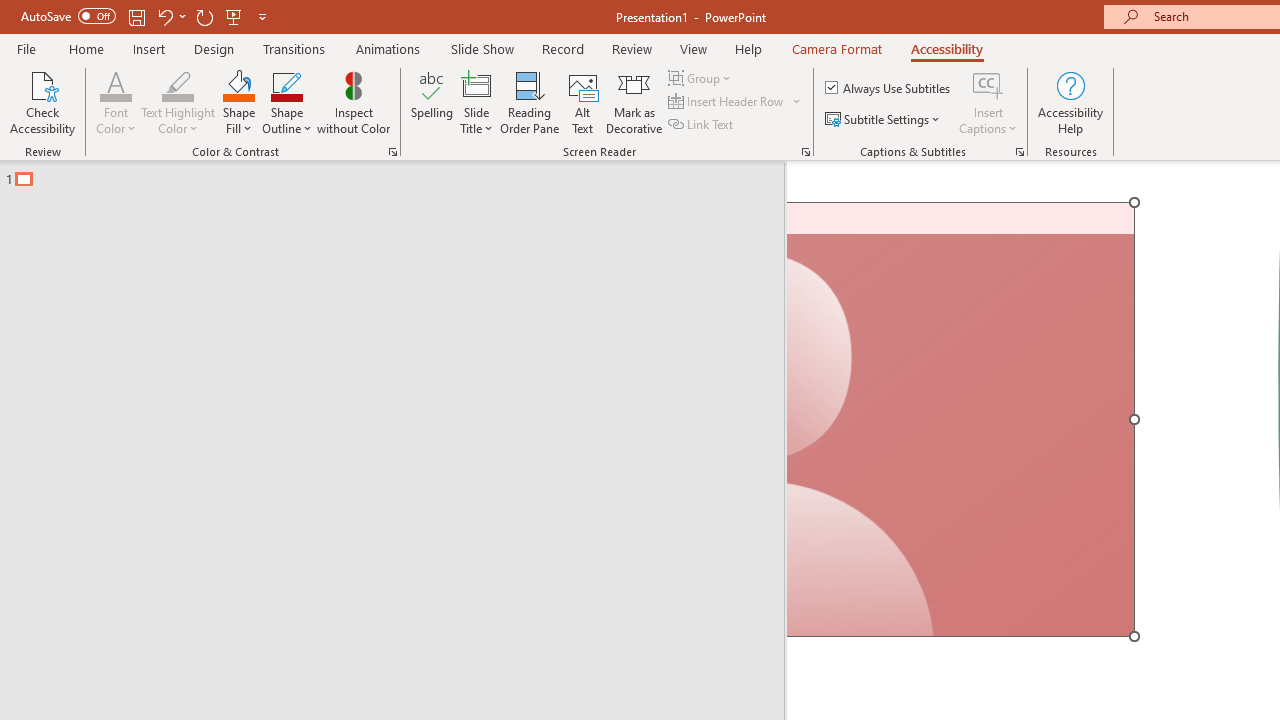 This screenshot has width=1280, height=720. What do you see at coordinates (529, 103) in the screenshot?
I see `'Reading Order Pane'` at bounding box center [529, 103].